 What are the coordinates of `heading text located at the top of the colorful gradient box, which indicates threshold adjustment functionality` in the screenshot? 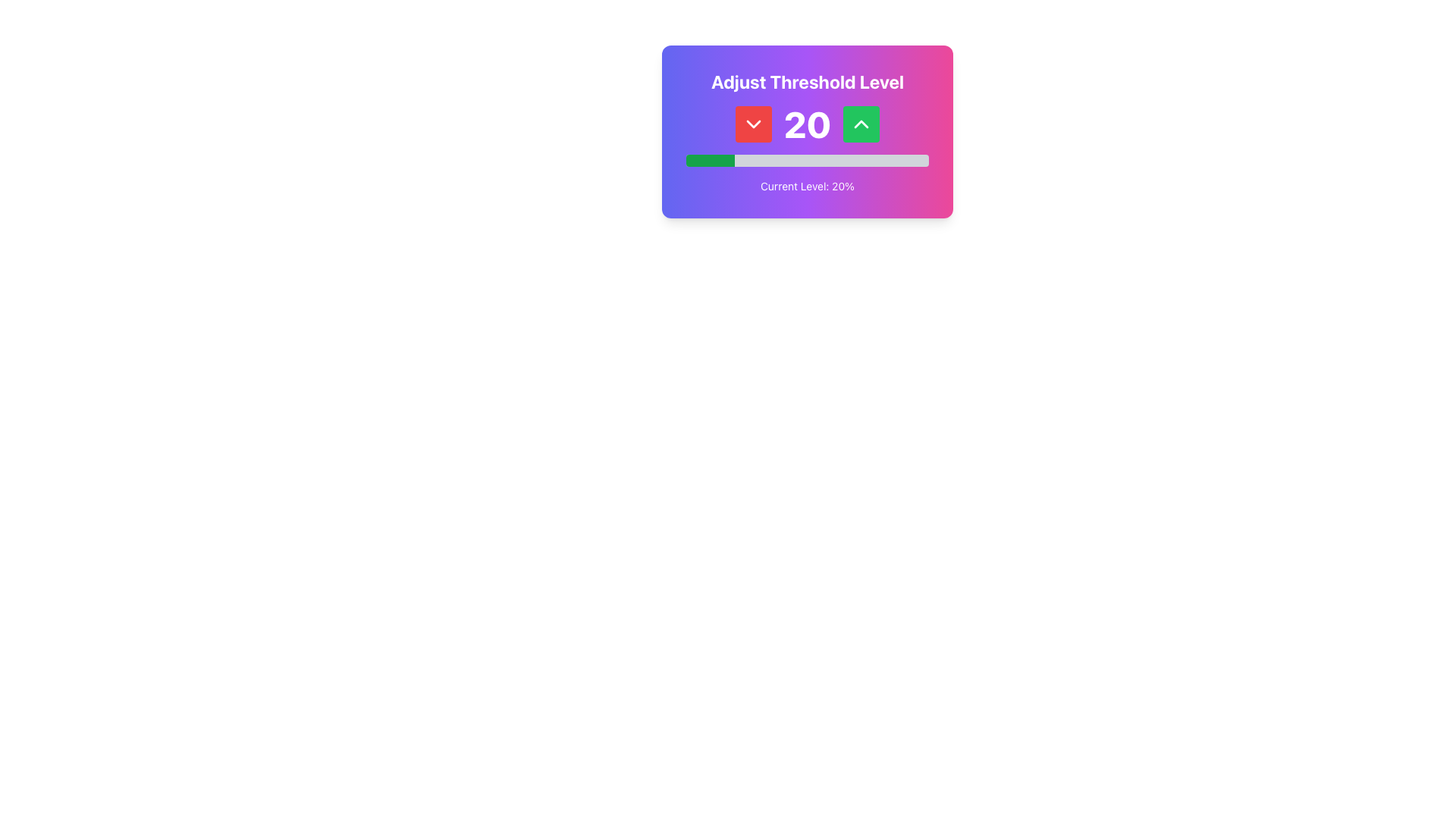 It's located at (807, 82).